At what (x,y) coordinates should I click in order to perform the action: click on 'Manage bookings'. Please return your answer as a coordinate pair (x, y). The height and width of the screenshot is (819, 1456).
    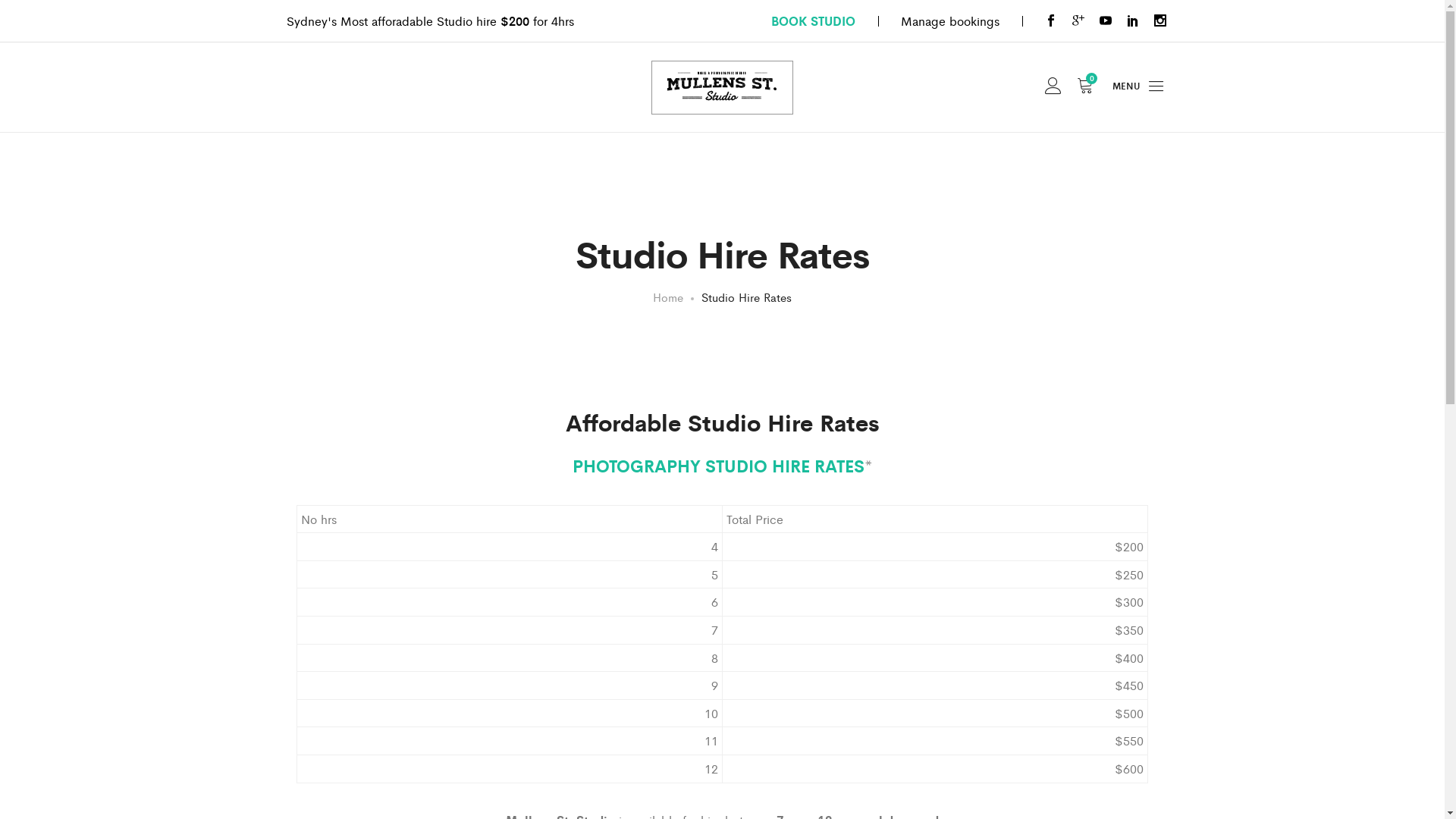
    Looking at the image, I should click on (949, 20).